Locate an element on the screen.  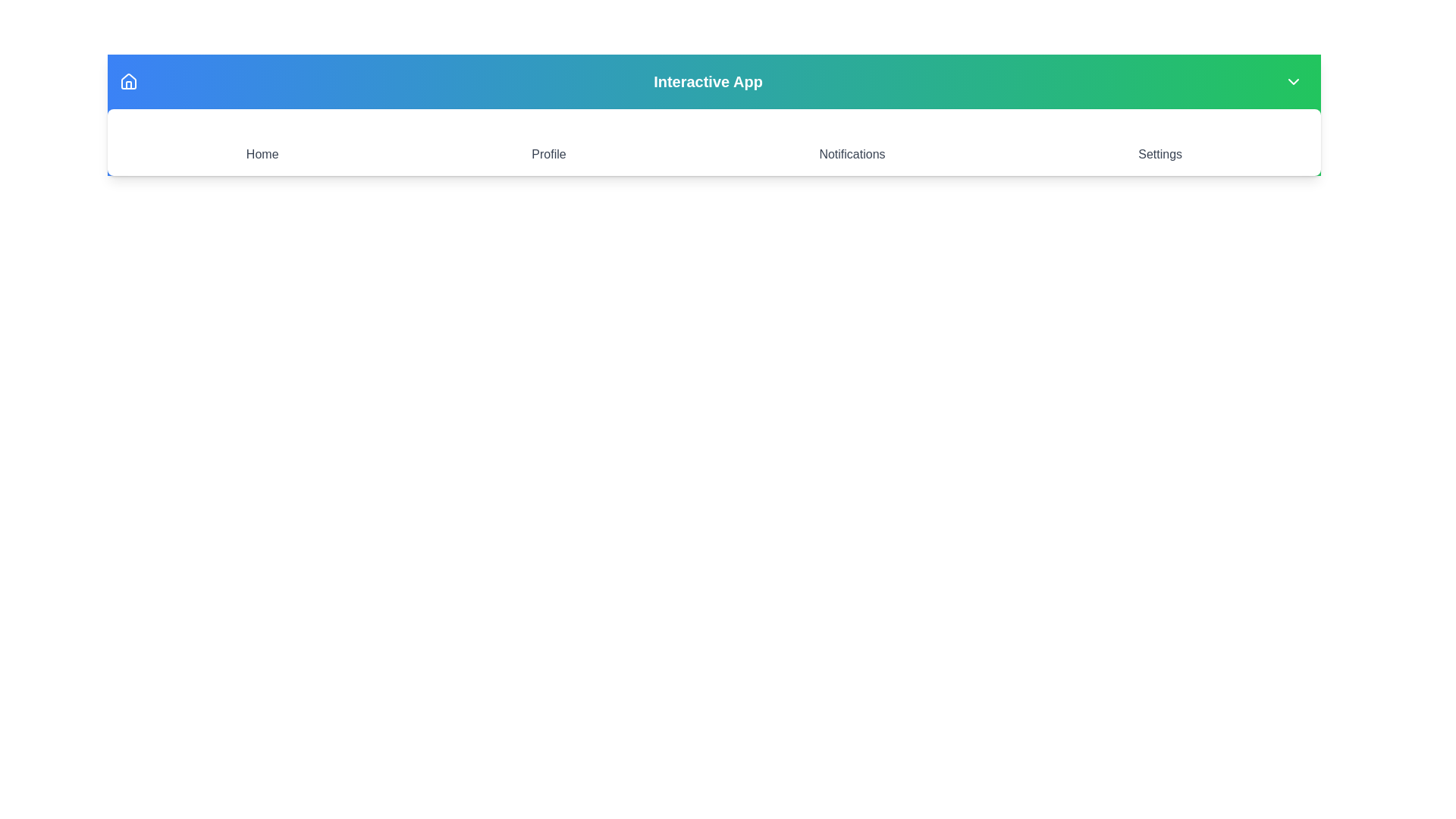
the dropdown button to toggle the menu visibility is located at coordinates (1292, 82).